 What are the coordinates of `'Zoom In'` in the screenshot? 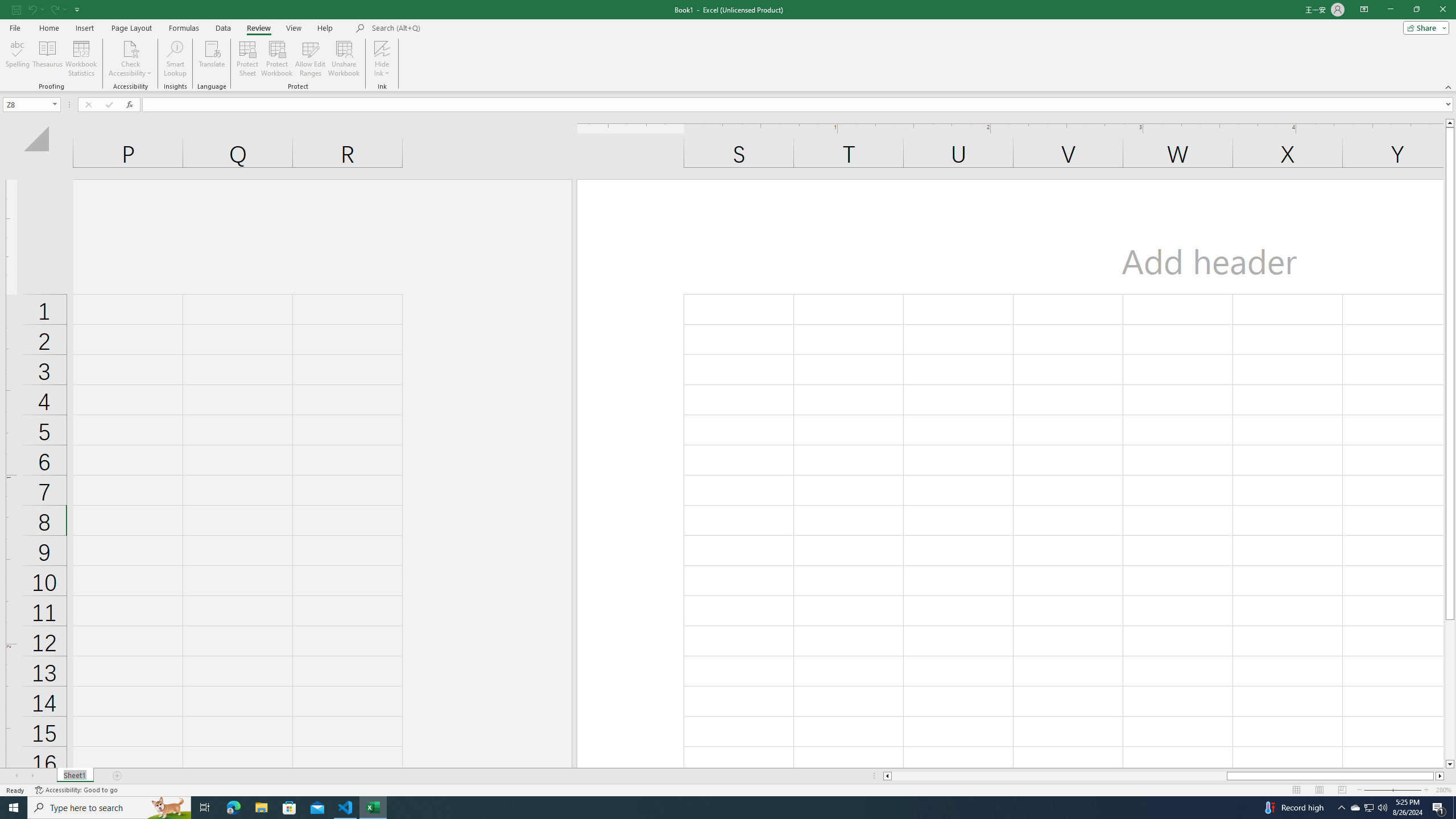 It's located at (1426, 790).